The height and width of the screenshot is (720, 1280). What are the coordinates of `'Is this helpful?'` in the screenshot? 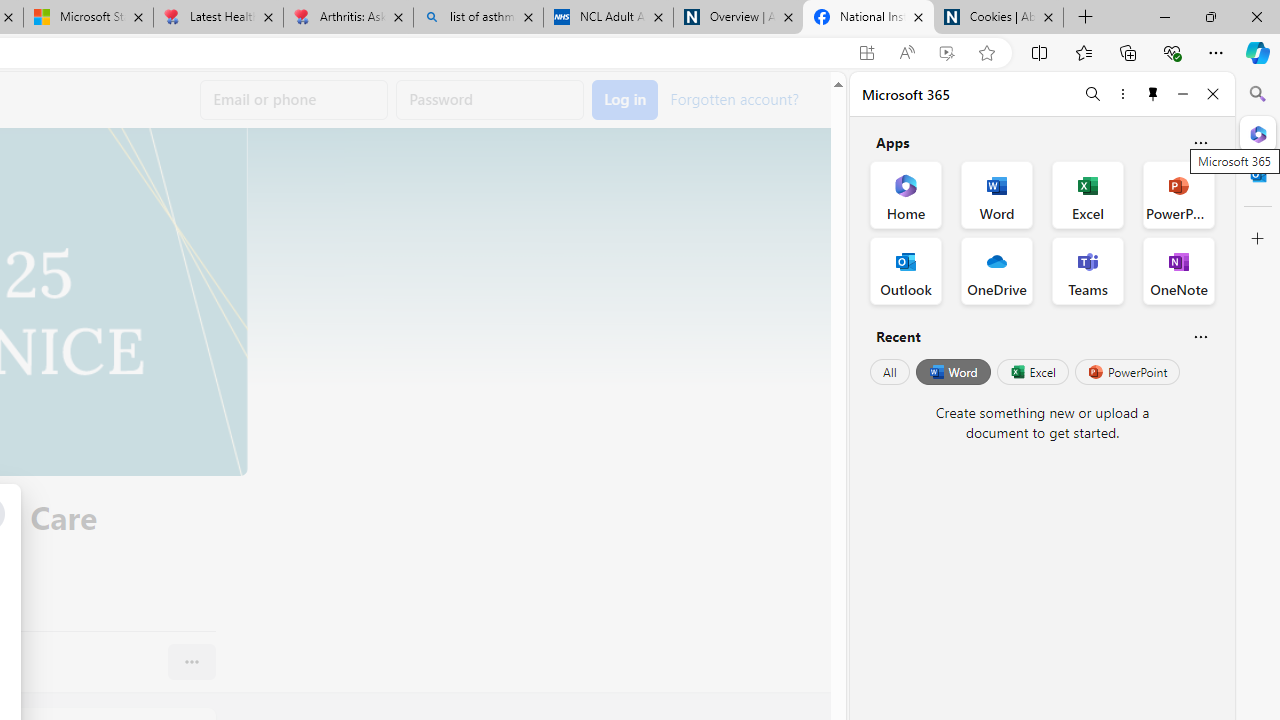 It's located at (1200, 335).